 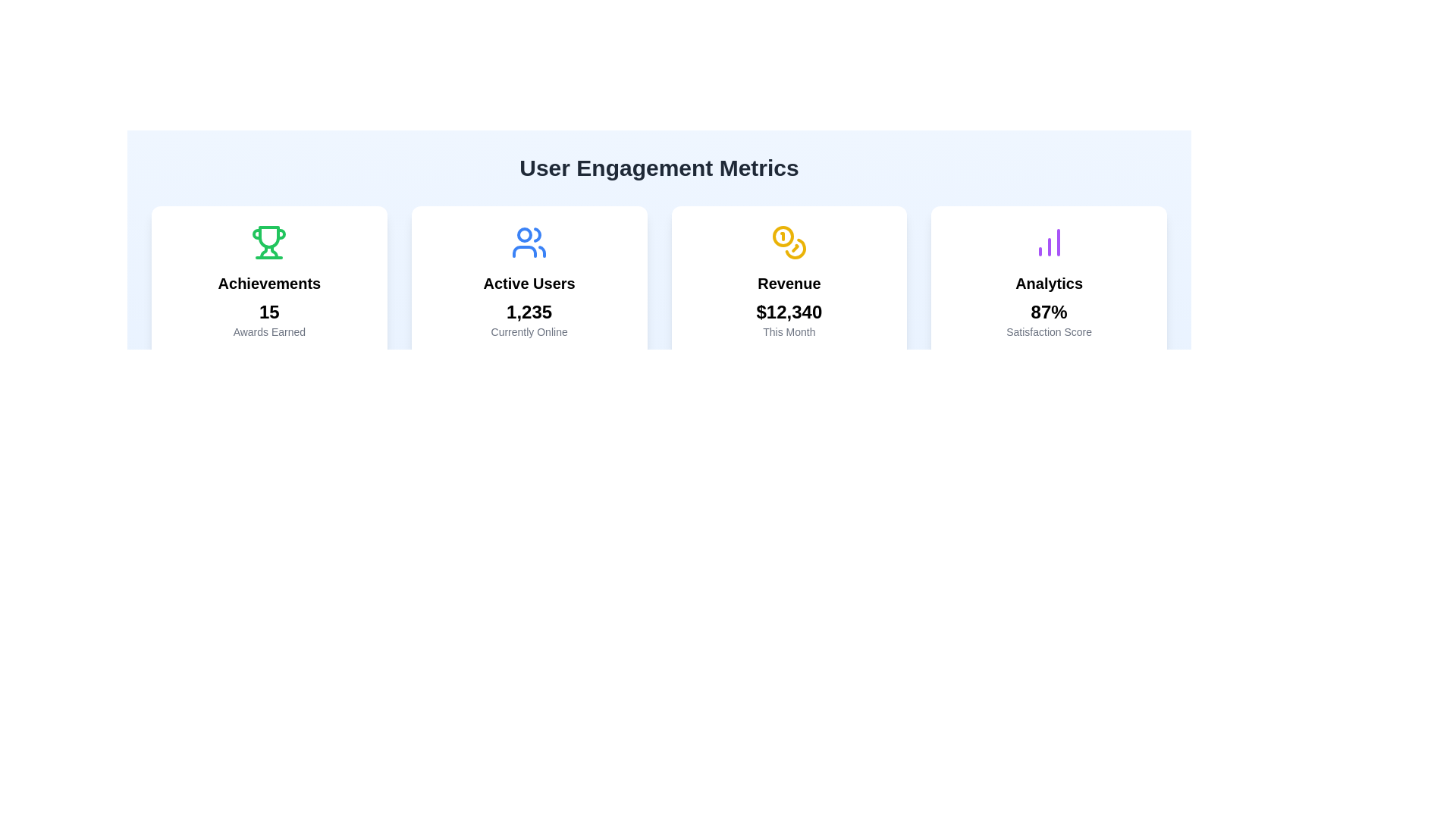 What do you see at coordinates (789, 284) in the screenshot?
I see `the text label at the top center of the revenue metrics card, which indicates the content pertains to revenue metrics` at bounding box center [789, 284].